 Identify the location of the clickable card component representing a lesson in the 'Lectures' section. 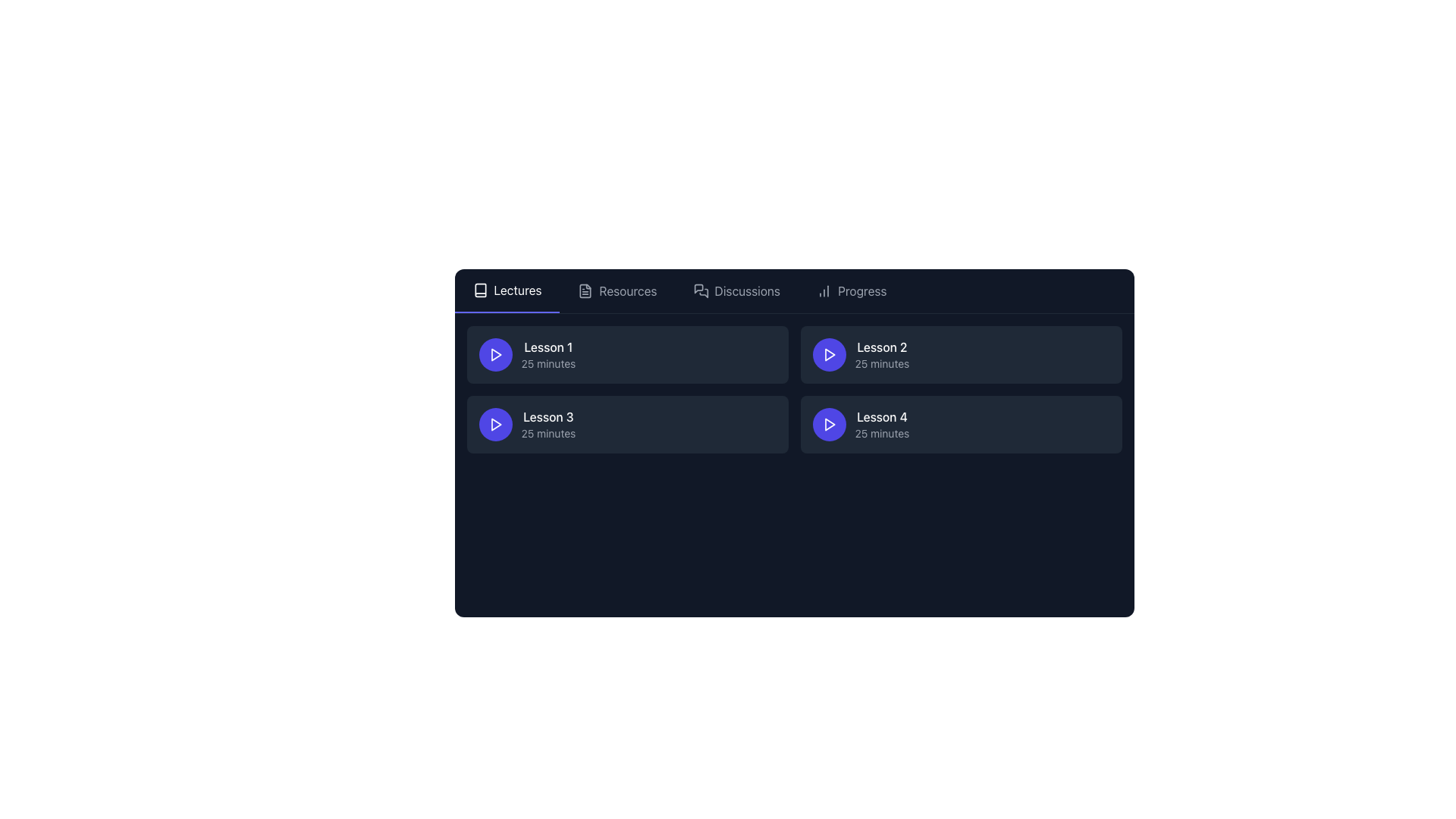
(627, 354).